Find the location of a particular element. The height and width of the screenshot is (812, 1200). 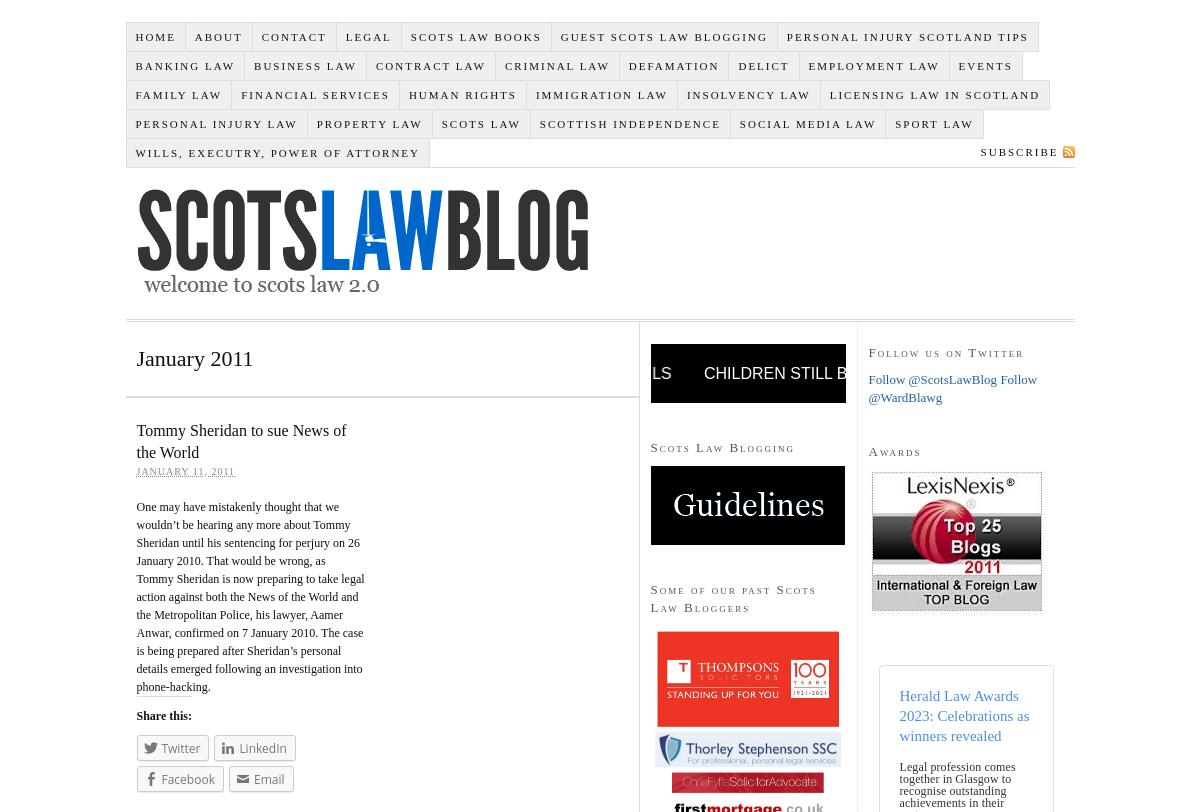

'Scots Law Books' is located at coordinates (474, 35).